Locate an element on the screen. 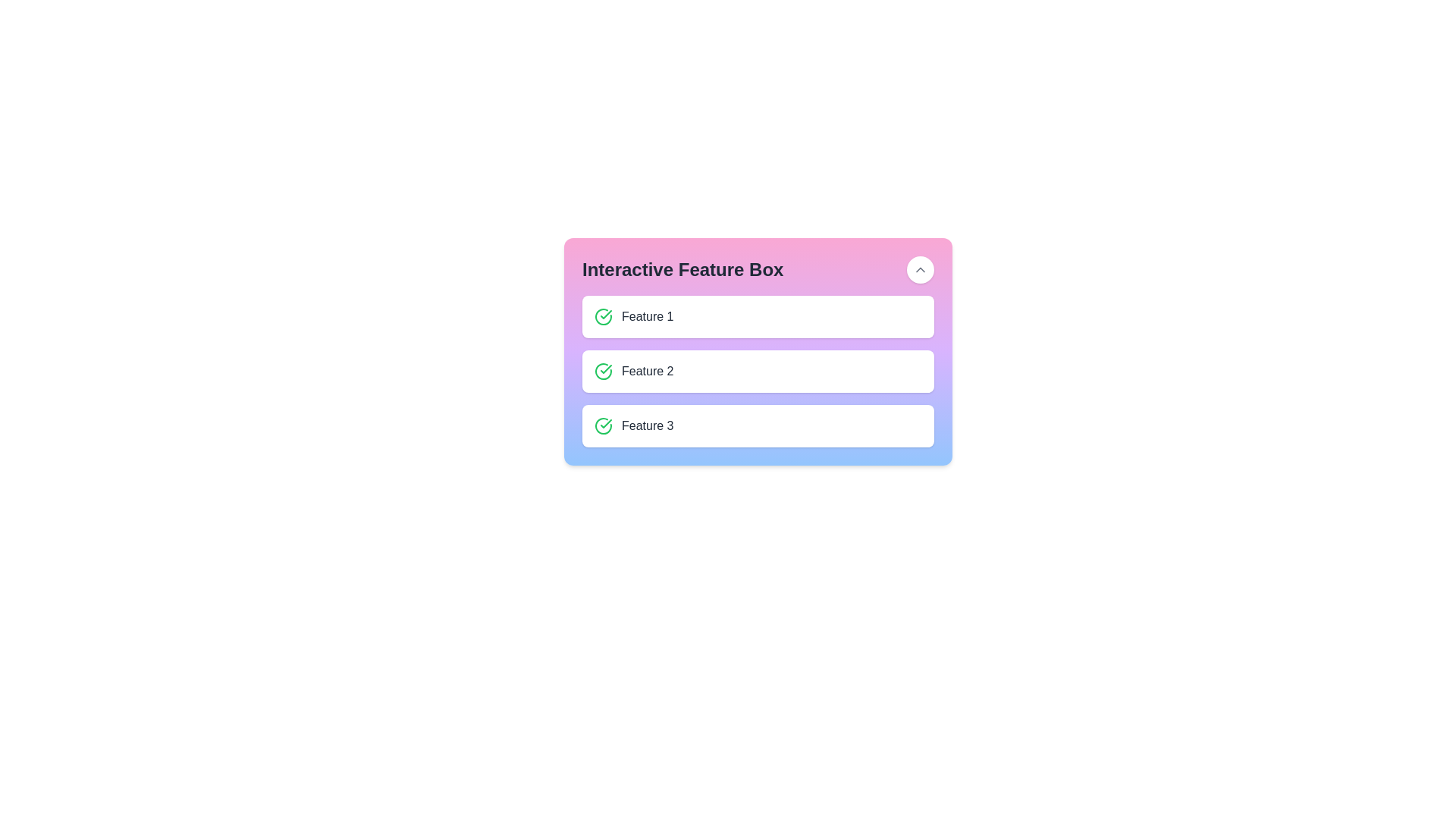  the non-interactive text label that indicates the title of the third feature in the 'Interactive Feature Box', located to the right of the green checkmark icon is located at coordinates (648, 426).